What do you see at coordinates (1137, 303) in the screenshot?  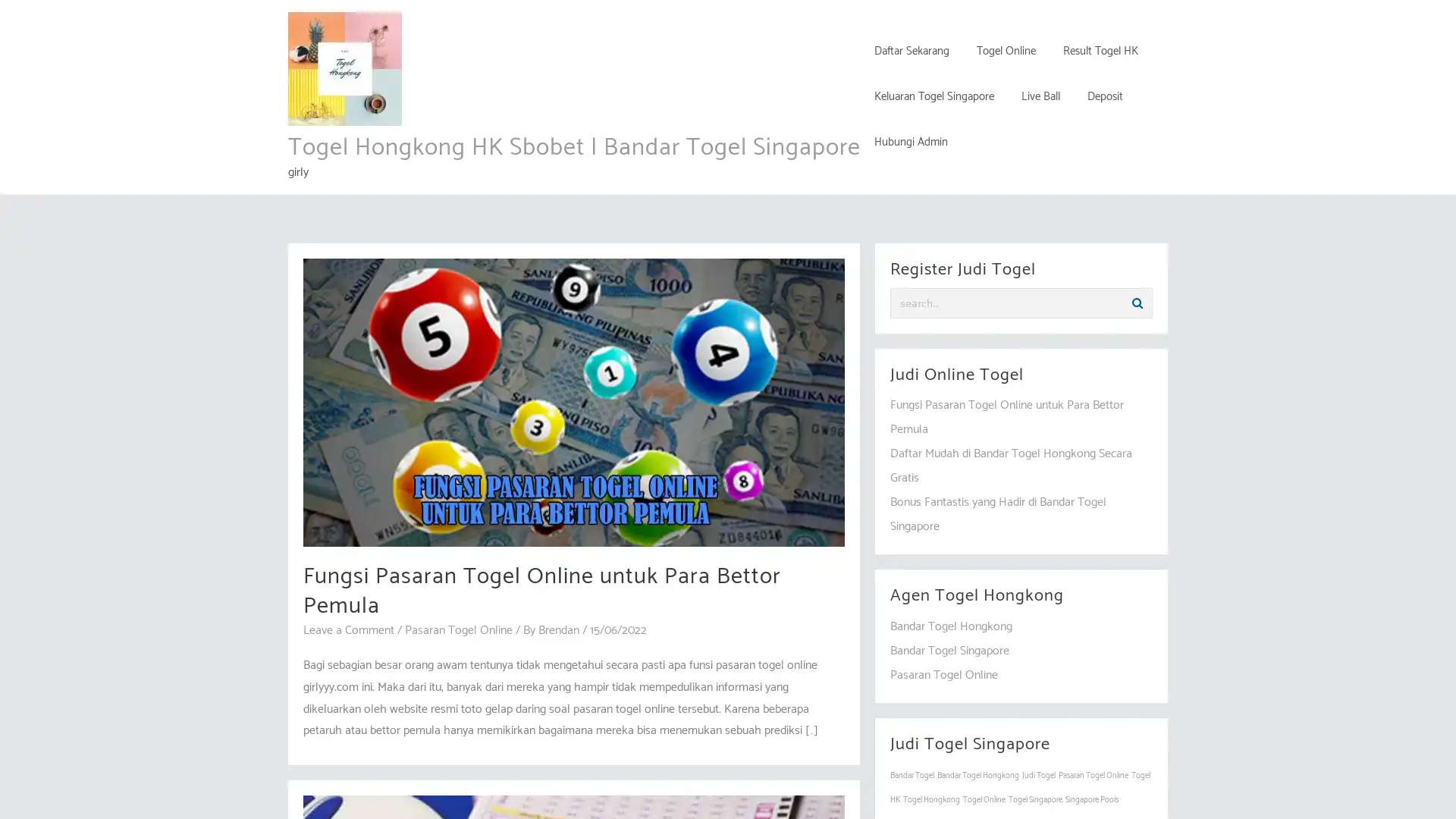 I see `Search` at bounding box center [1137, 303].